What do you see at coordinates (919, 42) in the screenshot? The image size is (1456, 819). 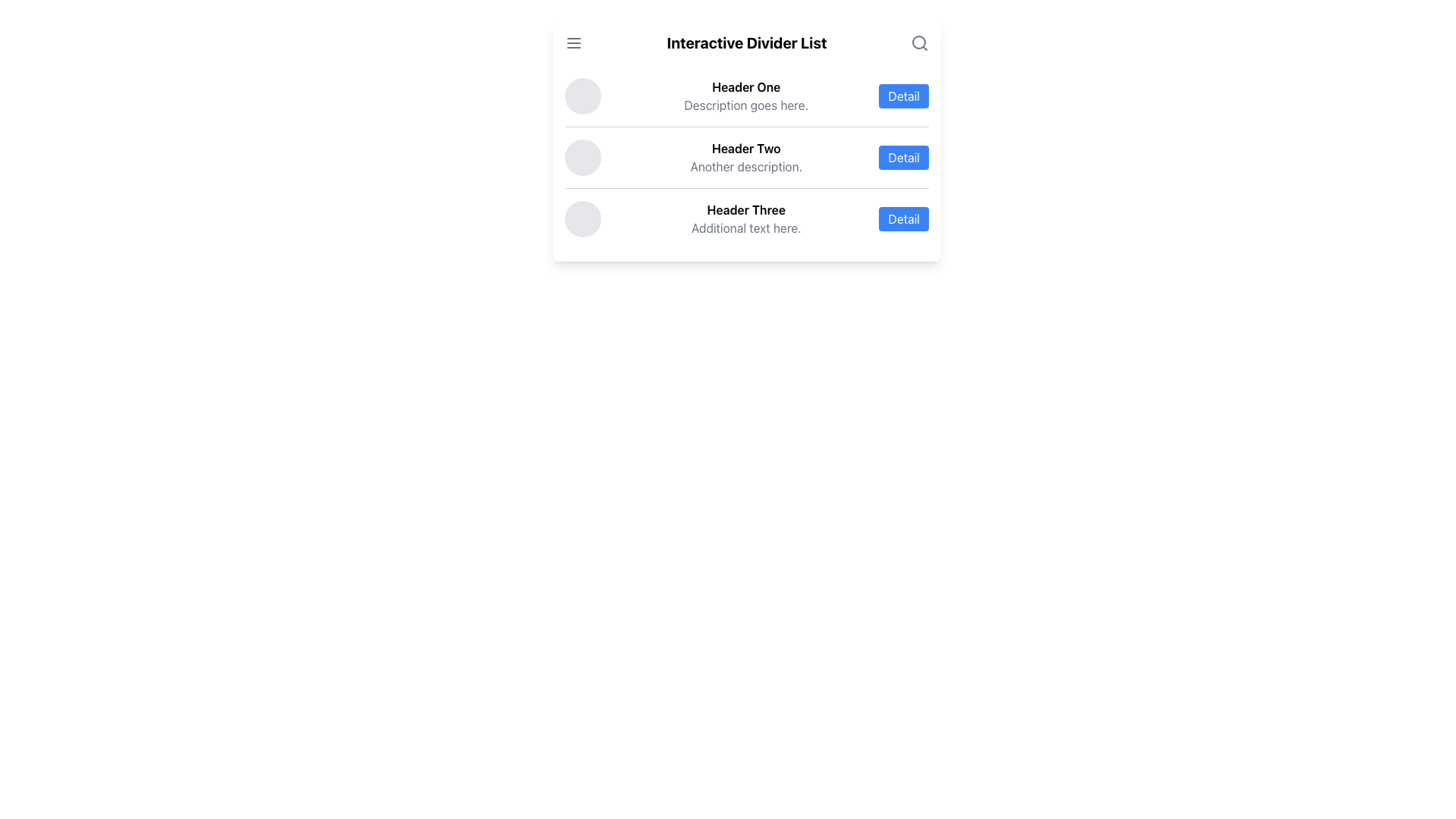 I see `the Search Icon, which is a gray magnifying glass icon located at the far-right end of the header bar next to the 'Interactive Divider List' heading, to trigger tooltip or visual feedback` at bounding box center [919, 42].